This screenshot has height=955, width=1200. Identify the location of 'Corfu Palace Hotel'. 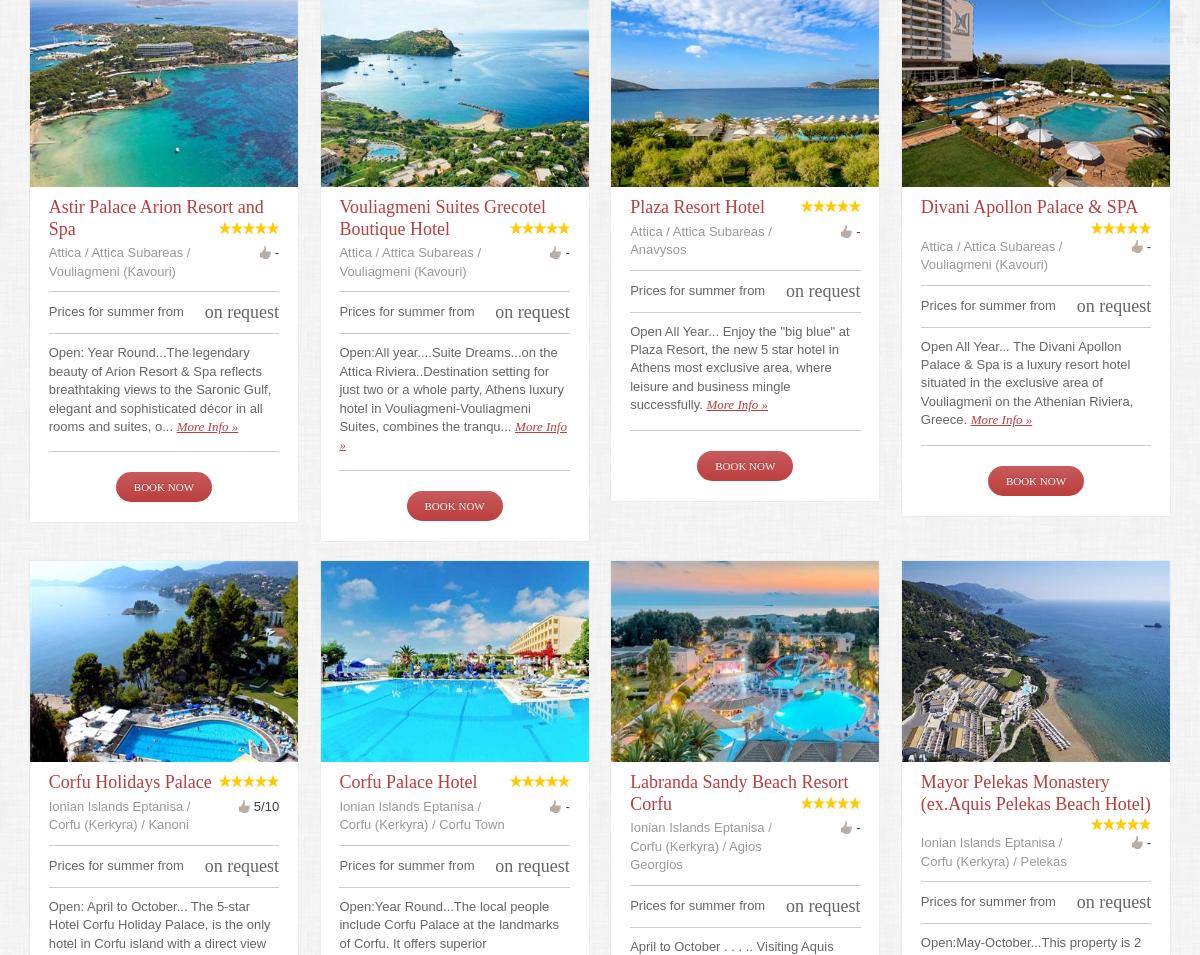
(338, 780).